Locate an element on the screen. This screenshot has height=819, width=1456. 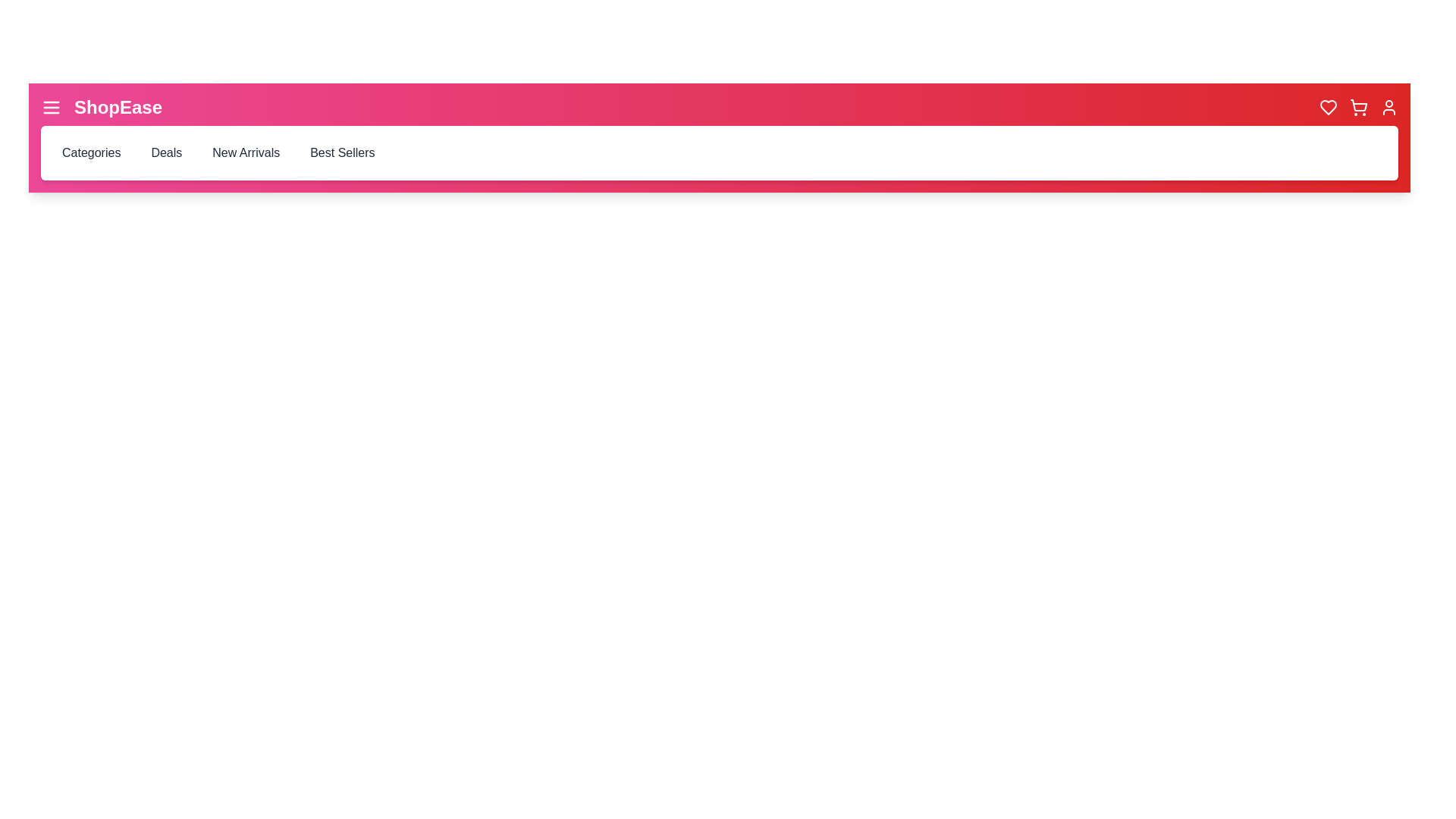
the 'Shopping Cart' icon is located at coordinates (1358, 107).